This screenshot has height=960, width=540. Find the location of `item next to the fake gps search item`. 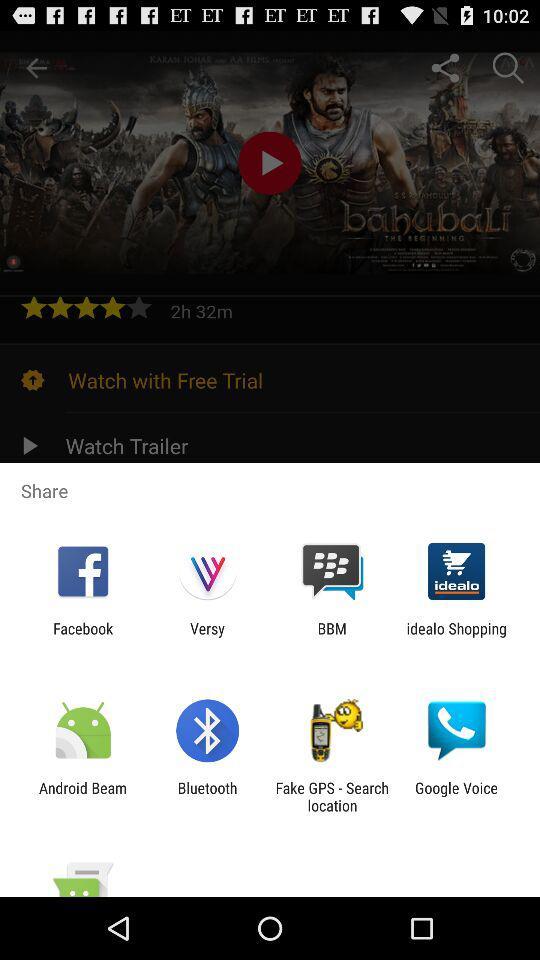

item next to the fake gps search item is located at coordinates (206, 796).